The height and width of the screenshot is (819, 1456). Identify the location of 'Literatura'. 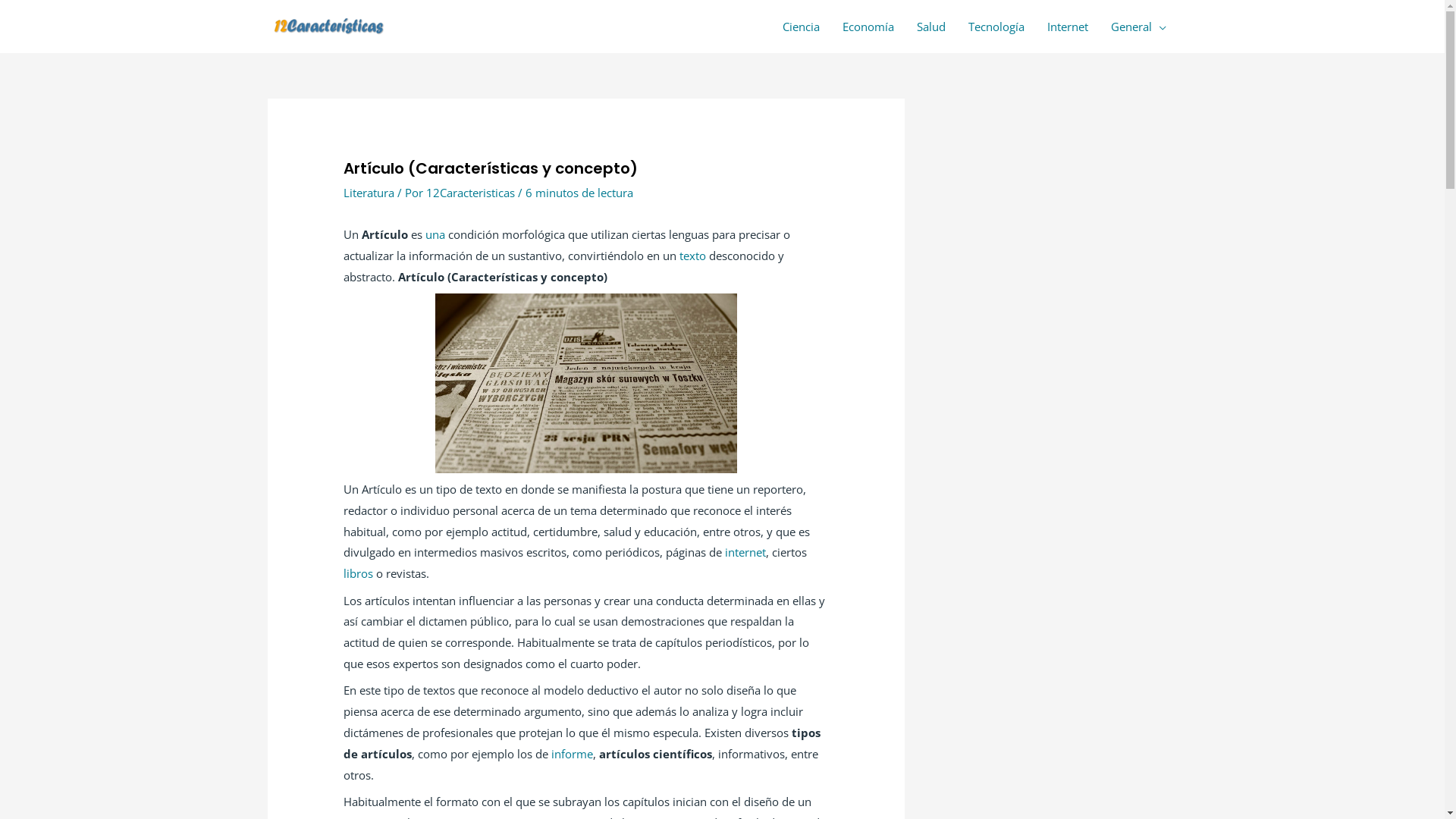
(369, 192).